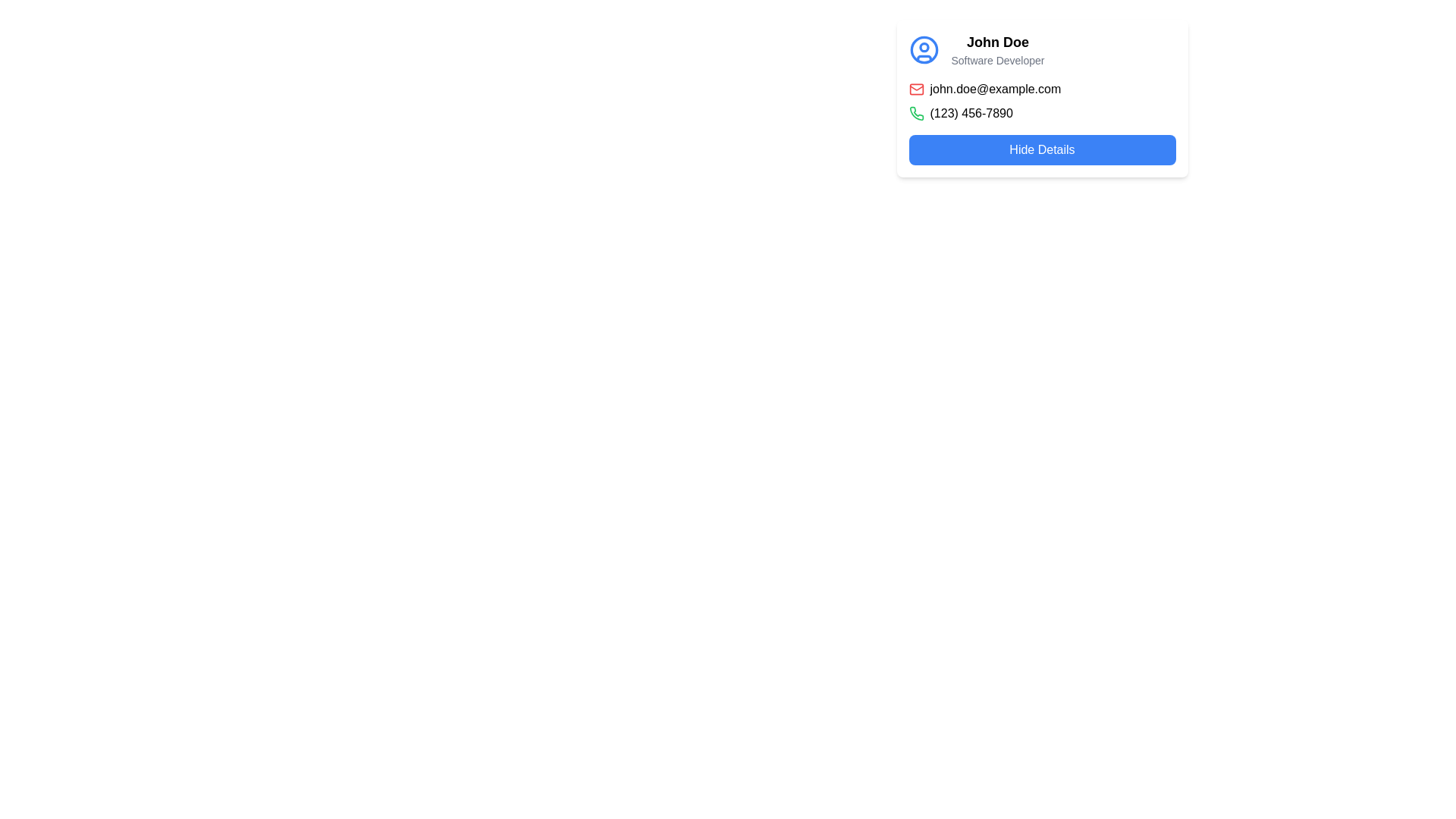  What do you see at coordinates (923, 46) in the screenshot?
I see `the user's head represented by the SVG circle shape in the user profile icon located in the top-left section of the contact card` at bounding box center [923, 46].